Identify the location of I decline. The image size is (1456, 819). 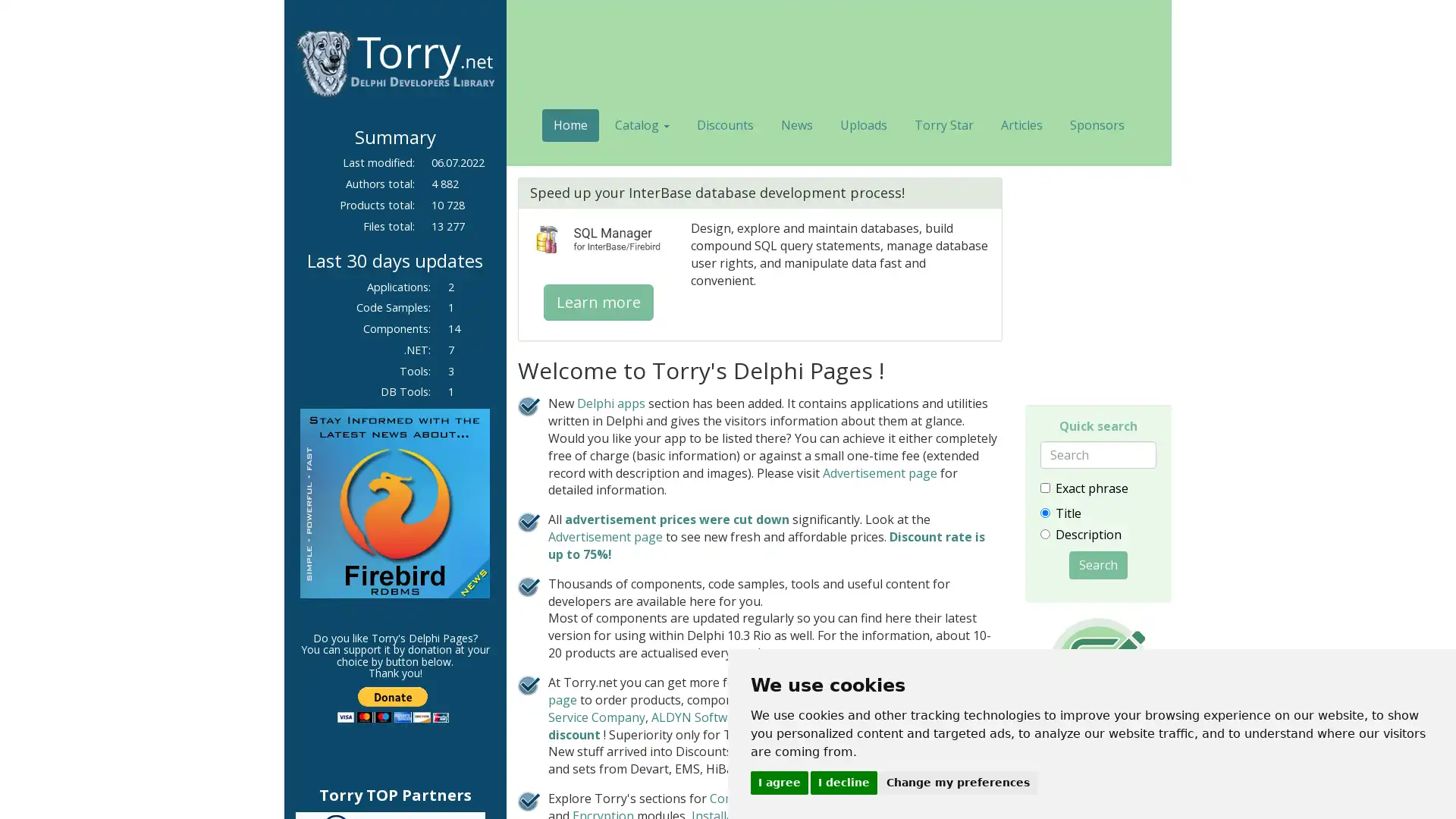
(843, 782).